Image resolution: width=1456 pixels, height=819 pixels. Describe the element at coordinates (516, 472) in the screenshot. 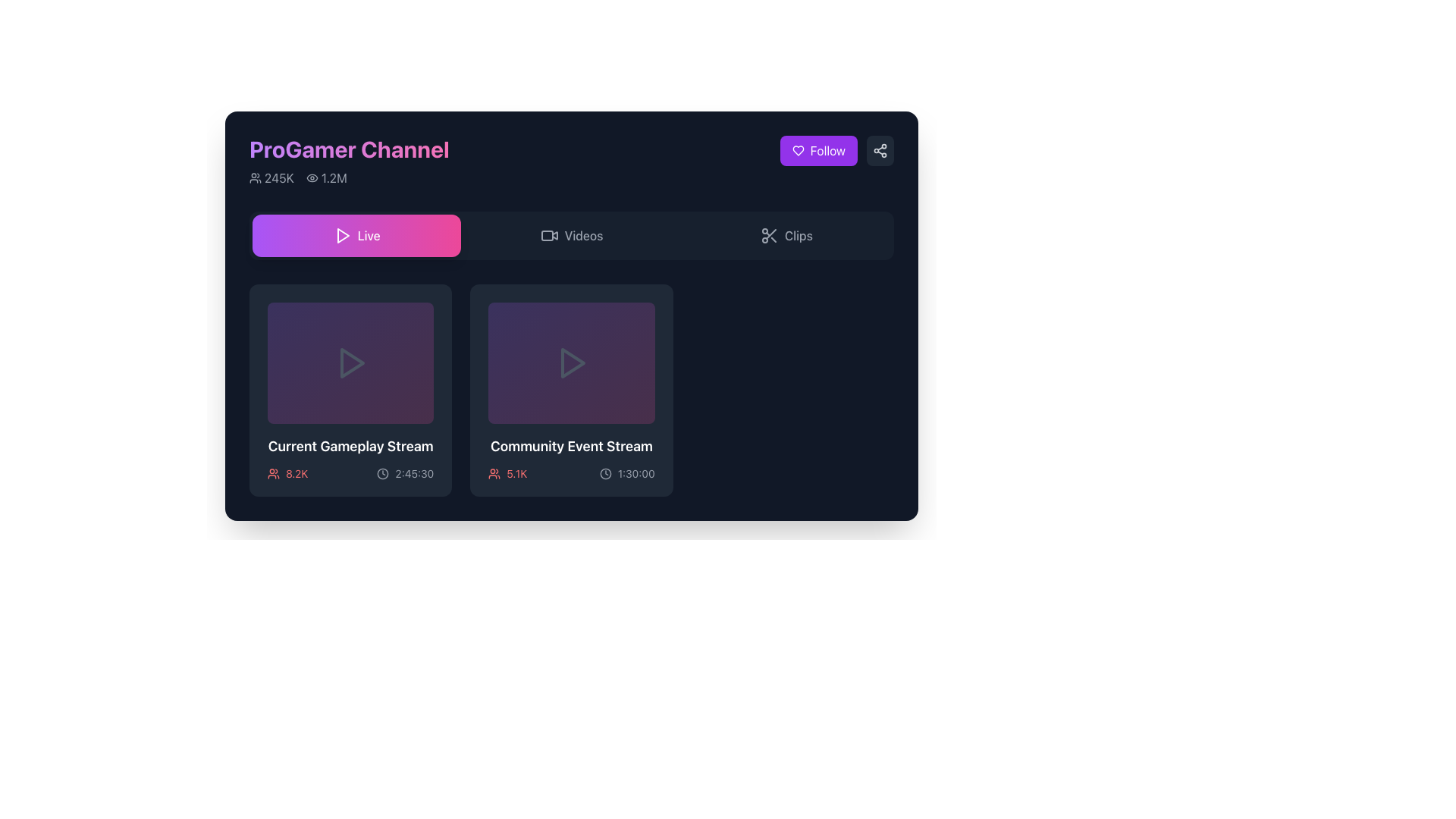

I see `the text label displaying '5.1K' in red color, located in the bottom-left corner of the thumbnail card for the 'Community Event Stream'` at that location.